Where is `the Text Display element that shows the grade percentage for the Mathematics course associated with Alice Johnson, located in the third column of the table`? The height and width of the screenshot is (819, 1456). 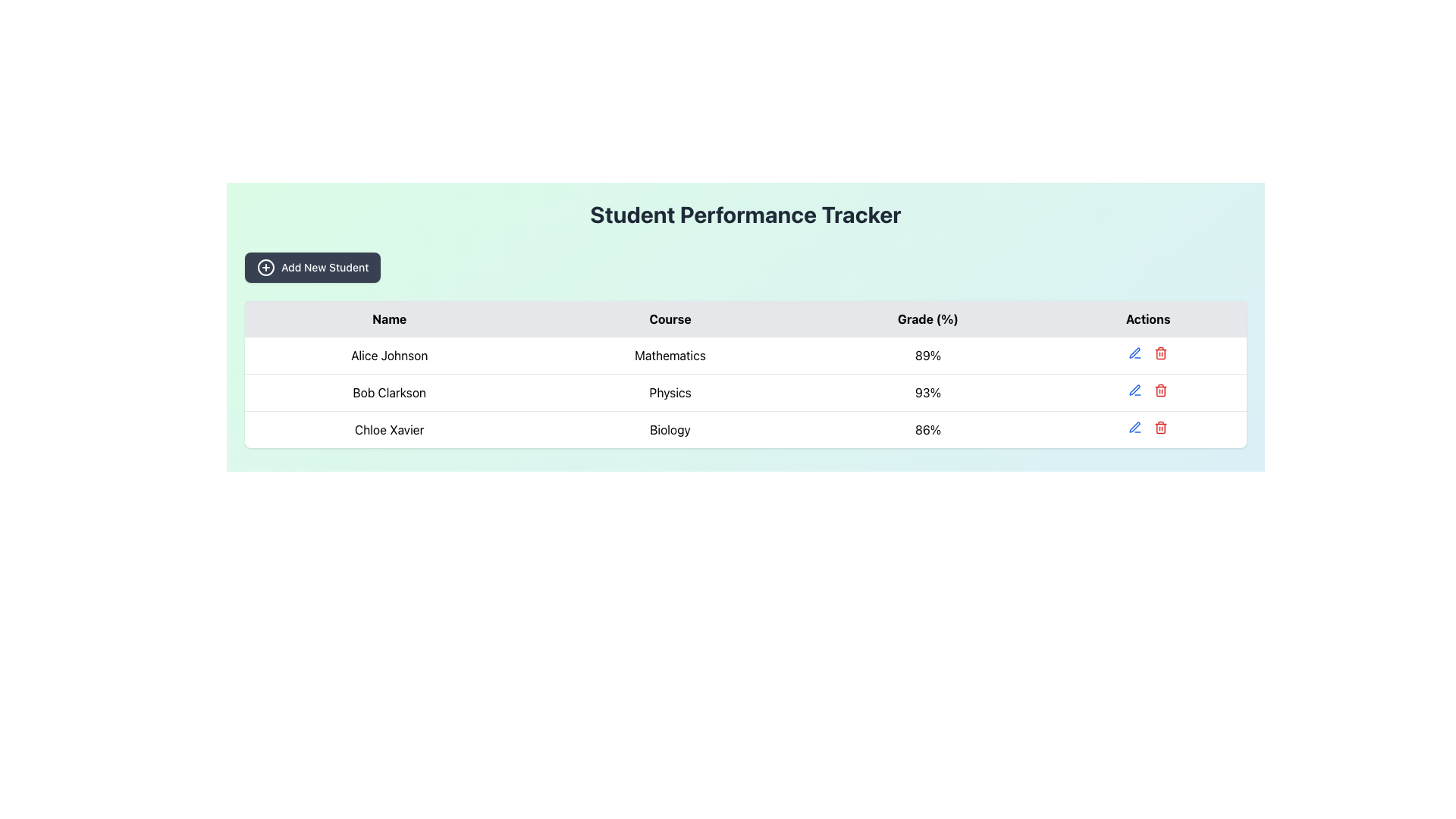
the Text Display element that shows the grade percentage for the Mathematics course associated with Alice Johnson, located in the third column of the table is located at coordinates (927, 356).